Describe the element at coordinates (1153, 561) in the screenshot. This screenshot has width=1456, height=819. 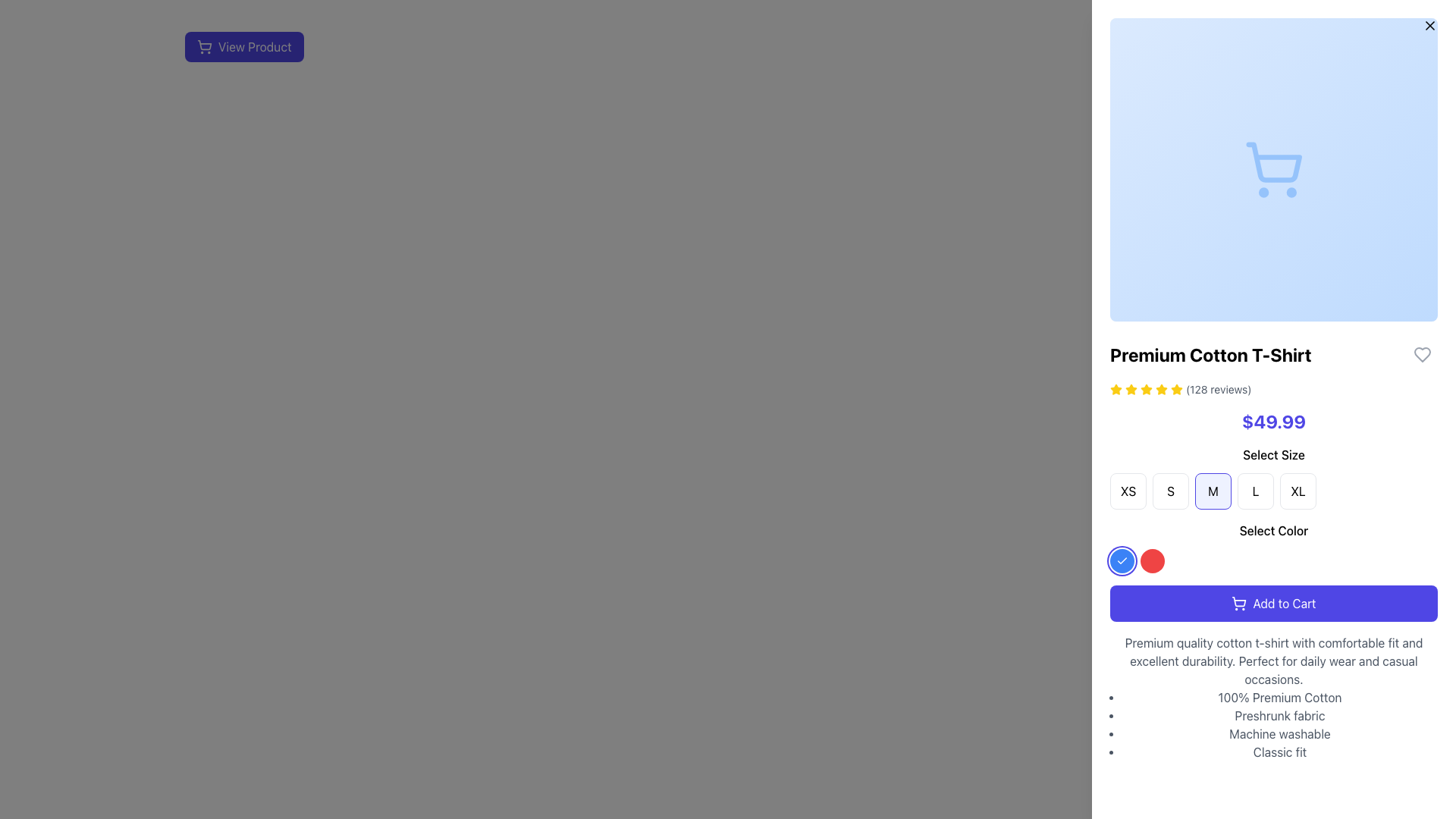
I see `the third circular button in the 'Select Color' section, which allows the user to select the red color option for the product` at that location.